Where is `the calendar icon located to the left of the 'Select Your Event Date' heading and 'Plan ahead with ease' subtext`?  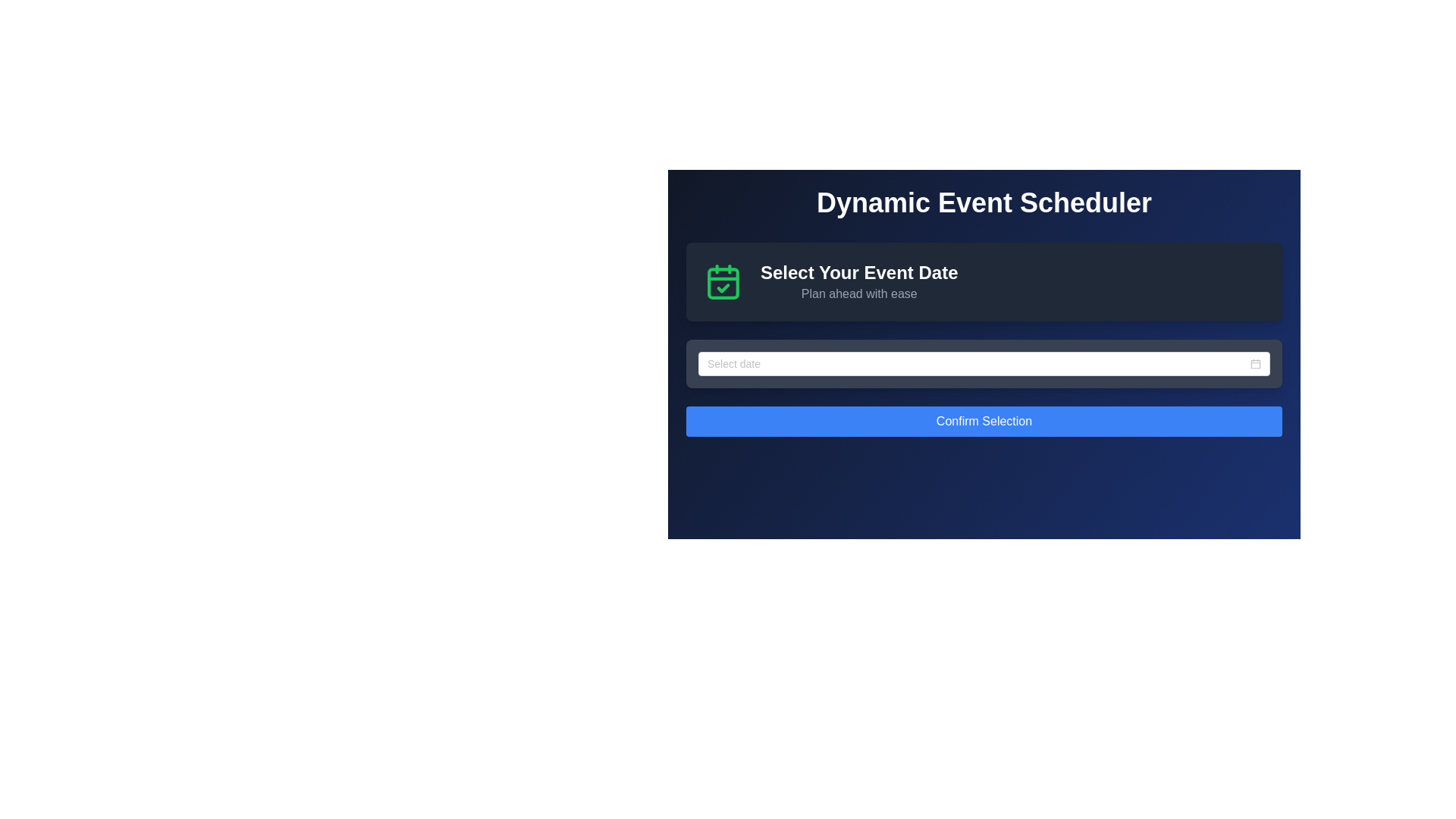 the calendar icon located to the left of the 'Select Your Event Date' heading and 'Plan ahead with ease' subtext is located at coordinates (723, 281).